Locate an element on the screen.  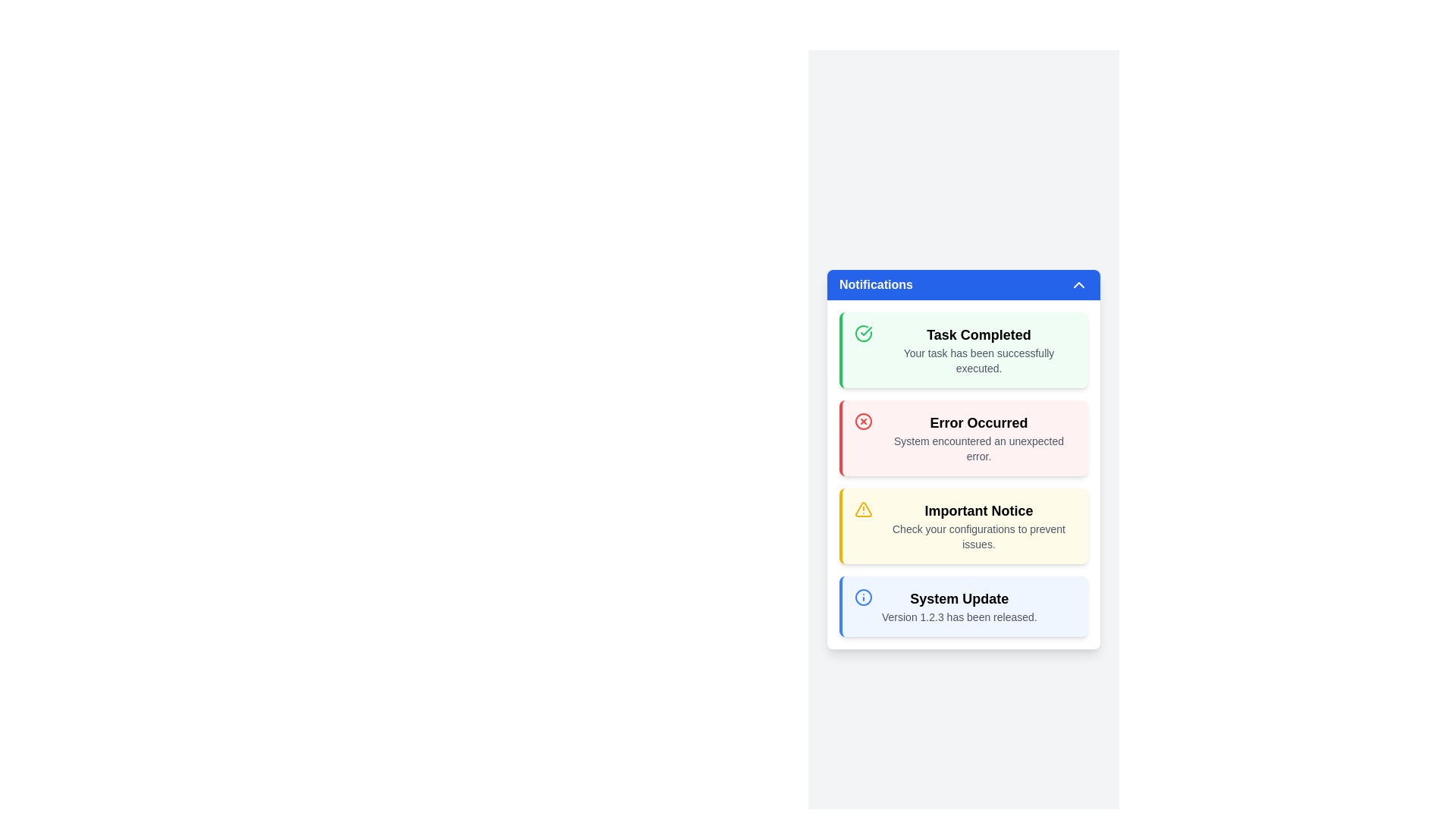
the error notification box located as the second notification in the list, positioned between 'Task Completed' and 'Important Notice' is located at coordinates (963, 438).